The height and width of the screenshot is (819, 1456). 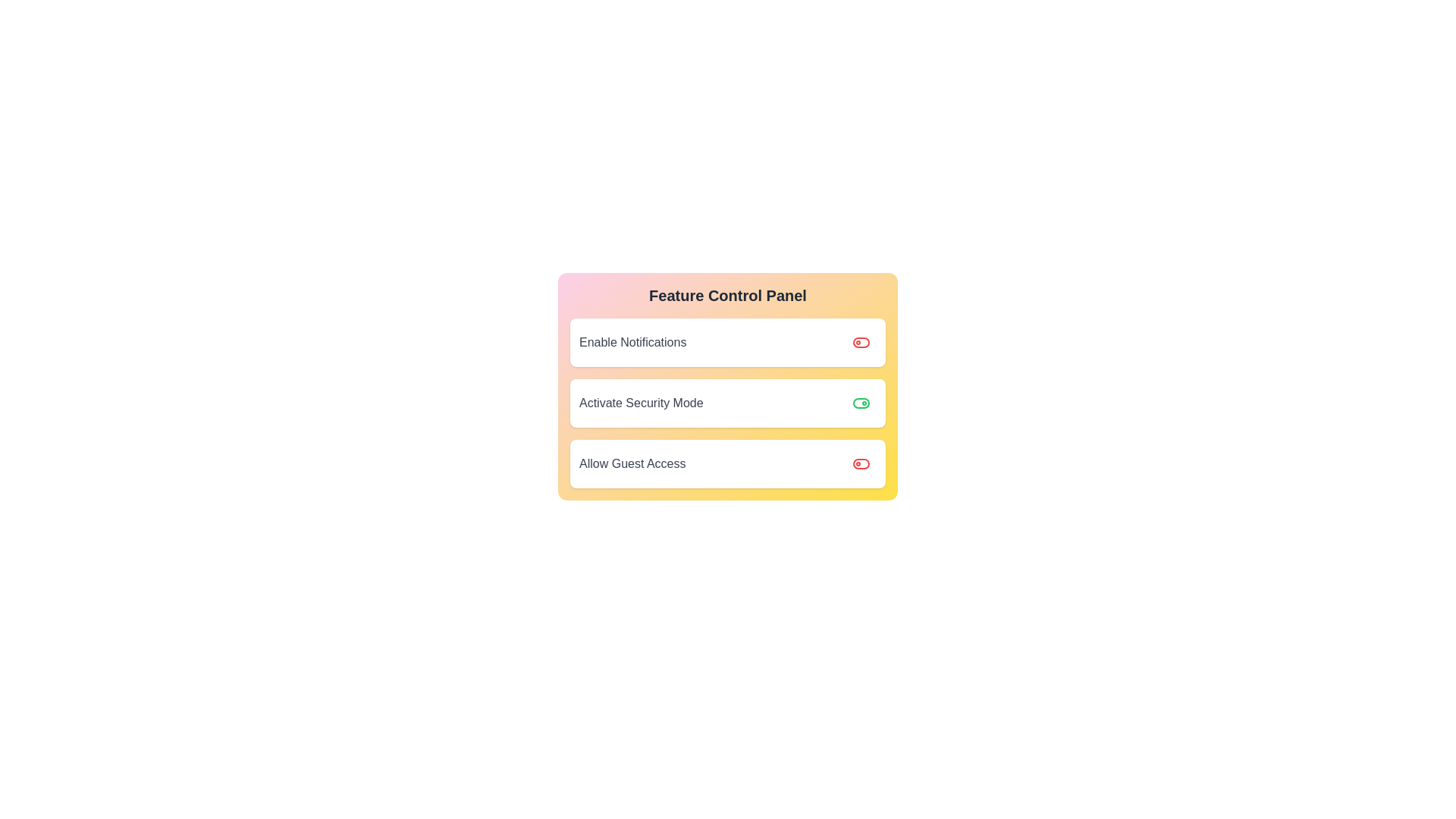 What do you see at coordinates (728, 295) in the screenshot?
I see `the text label that says 'Feature Control Panel', which is styled with a bold and enlarged font and is located at the top of the control panel` at bounding box center [728, 295].